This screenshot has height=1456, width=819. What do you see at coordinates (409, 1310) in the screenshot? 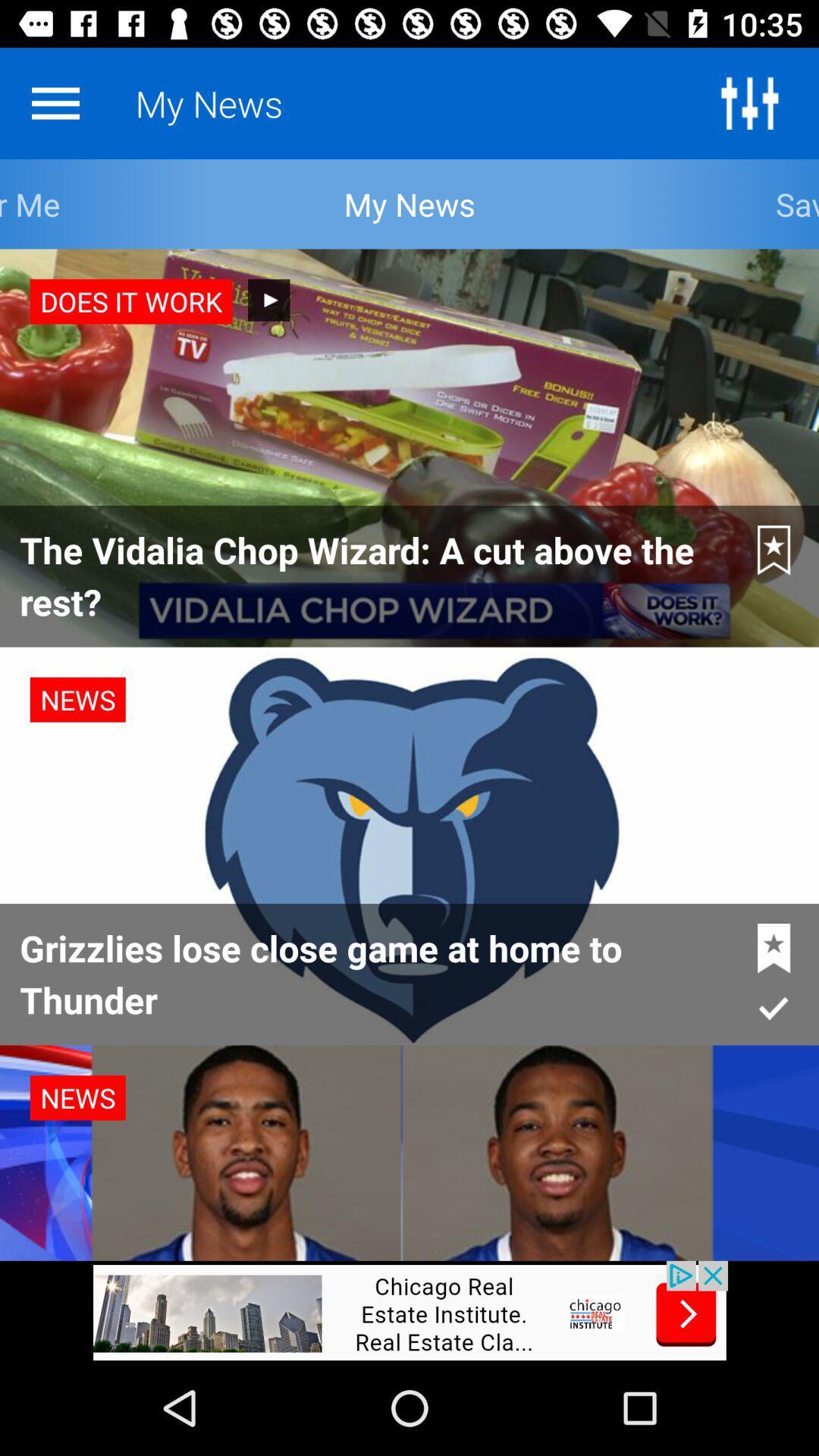
I see `open advertisement` at bounding box center [409, 1310].